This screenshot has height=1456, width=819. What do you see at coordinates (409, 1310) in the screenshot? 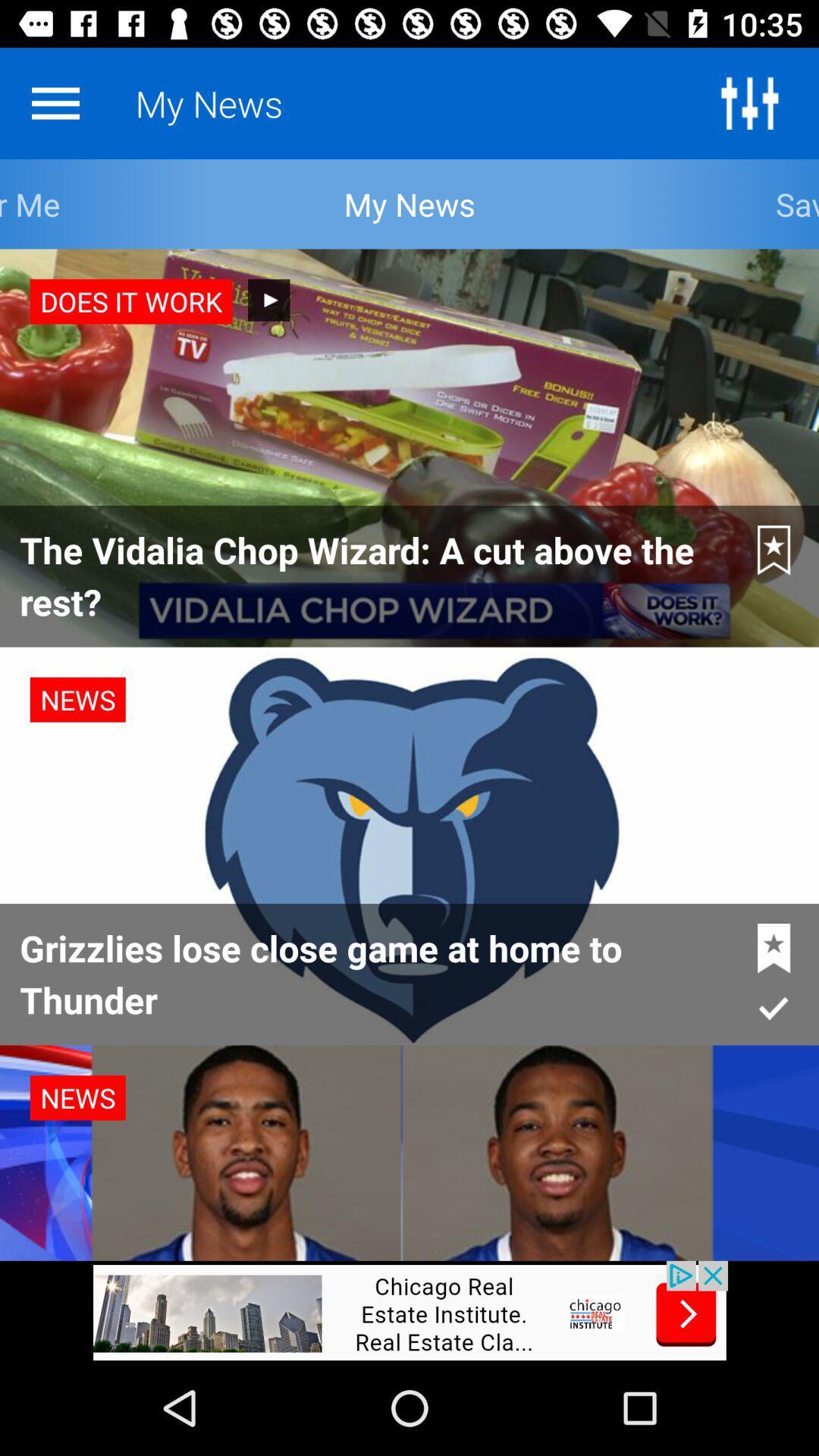
I see `open advertisement` at bounding box center [409, 1310].